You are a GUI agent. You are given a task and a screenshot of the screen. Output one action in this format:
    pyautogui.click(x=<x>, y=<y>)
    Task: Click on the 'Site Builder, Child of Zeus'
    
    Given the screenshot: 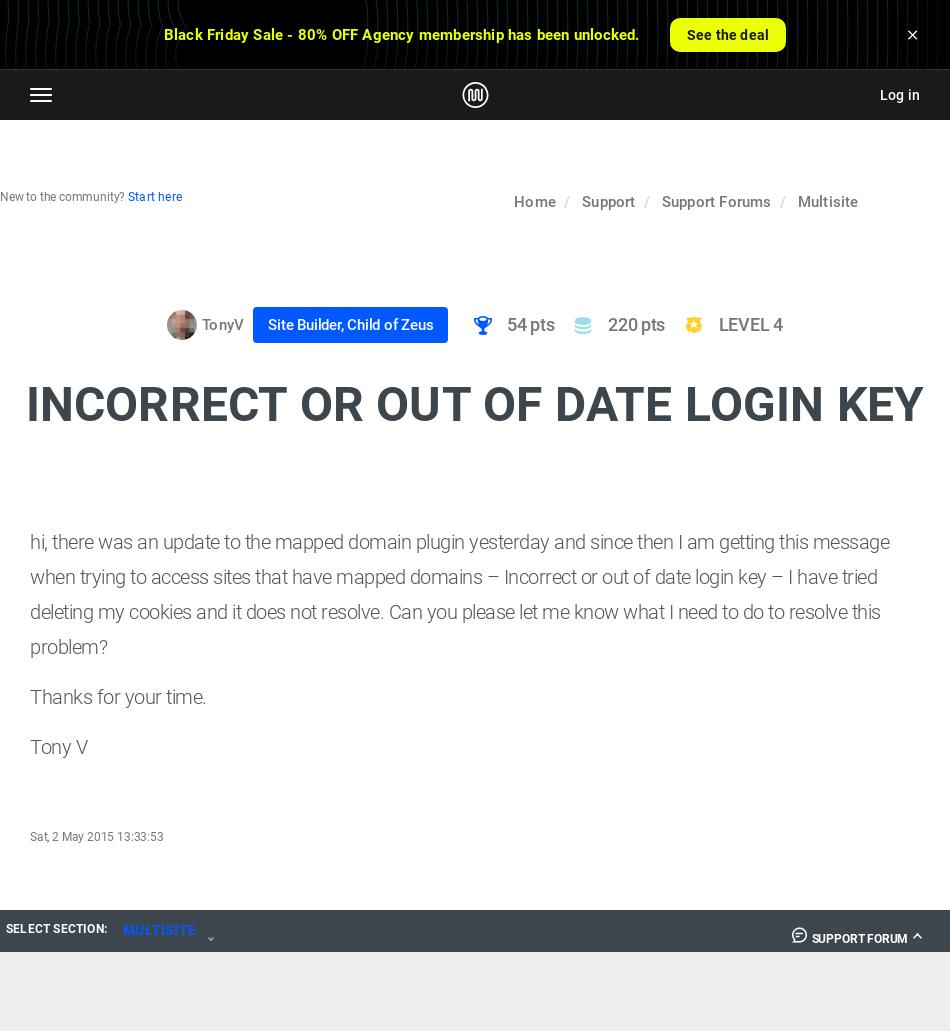 What is the action you would take?
    pyautogui.click(x=349, y=323)
    